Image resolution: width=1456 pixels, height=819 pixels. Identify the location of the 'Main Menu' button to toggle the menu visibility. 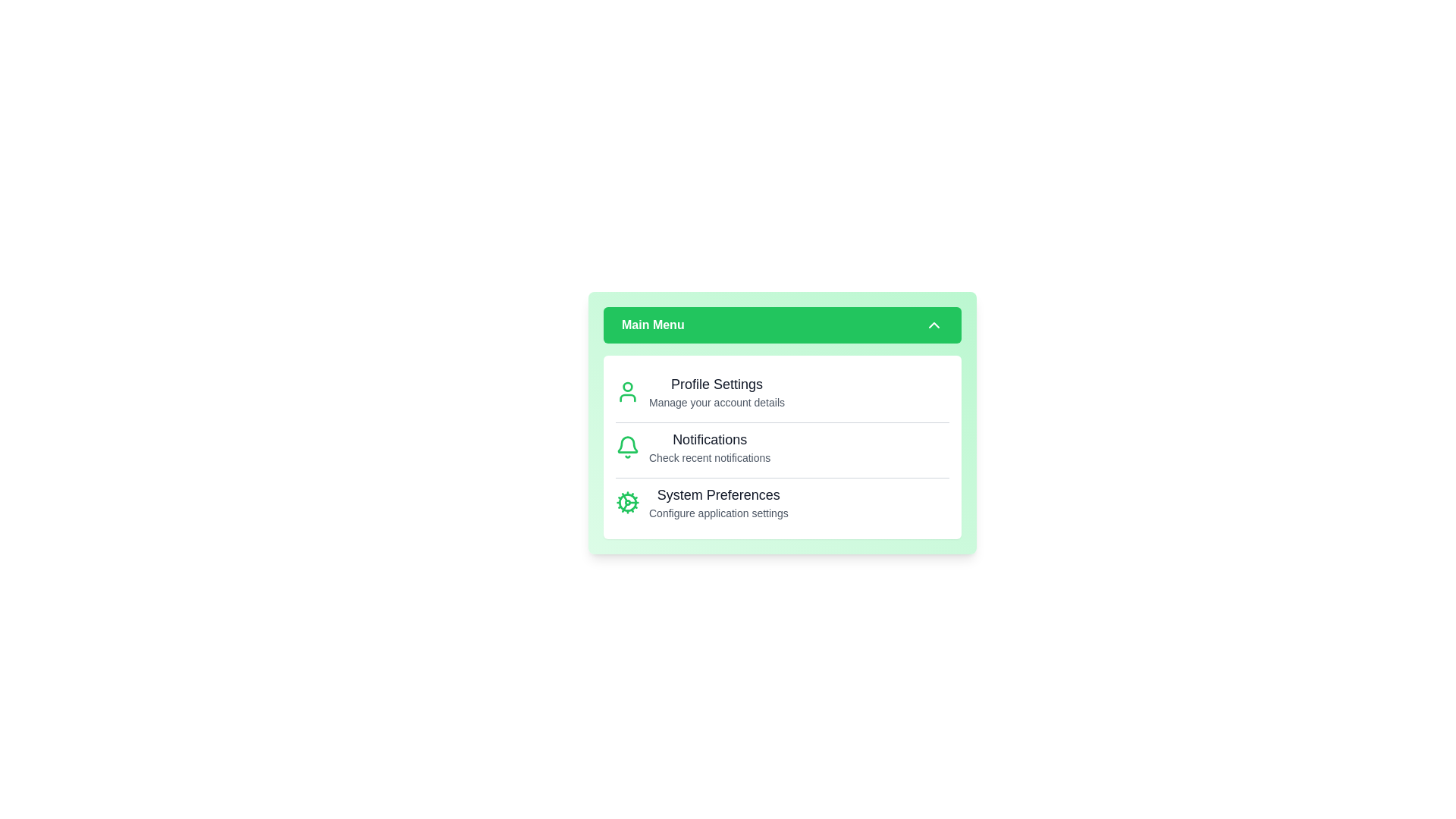
(783, 324).